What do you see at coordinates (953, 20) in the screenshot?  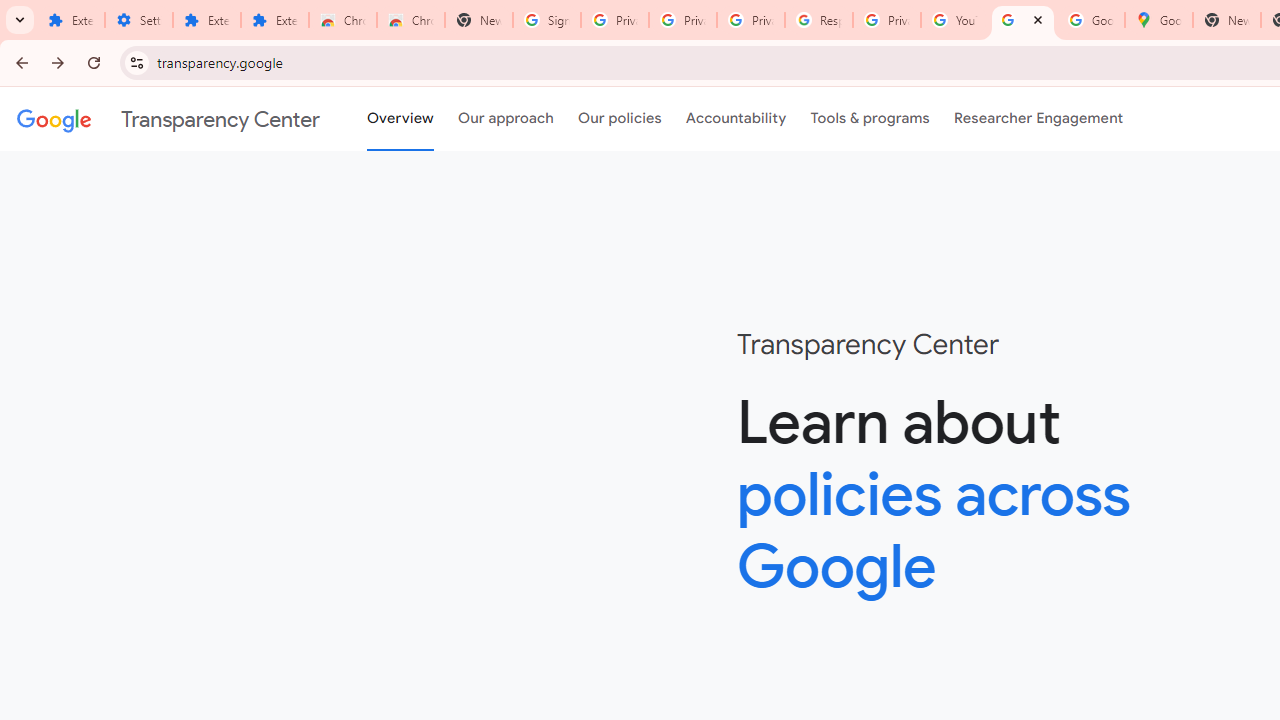 I see `'YouTube'` at bounding box center [953, 20].